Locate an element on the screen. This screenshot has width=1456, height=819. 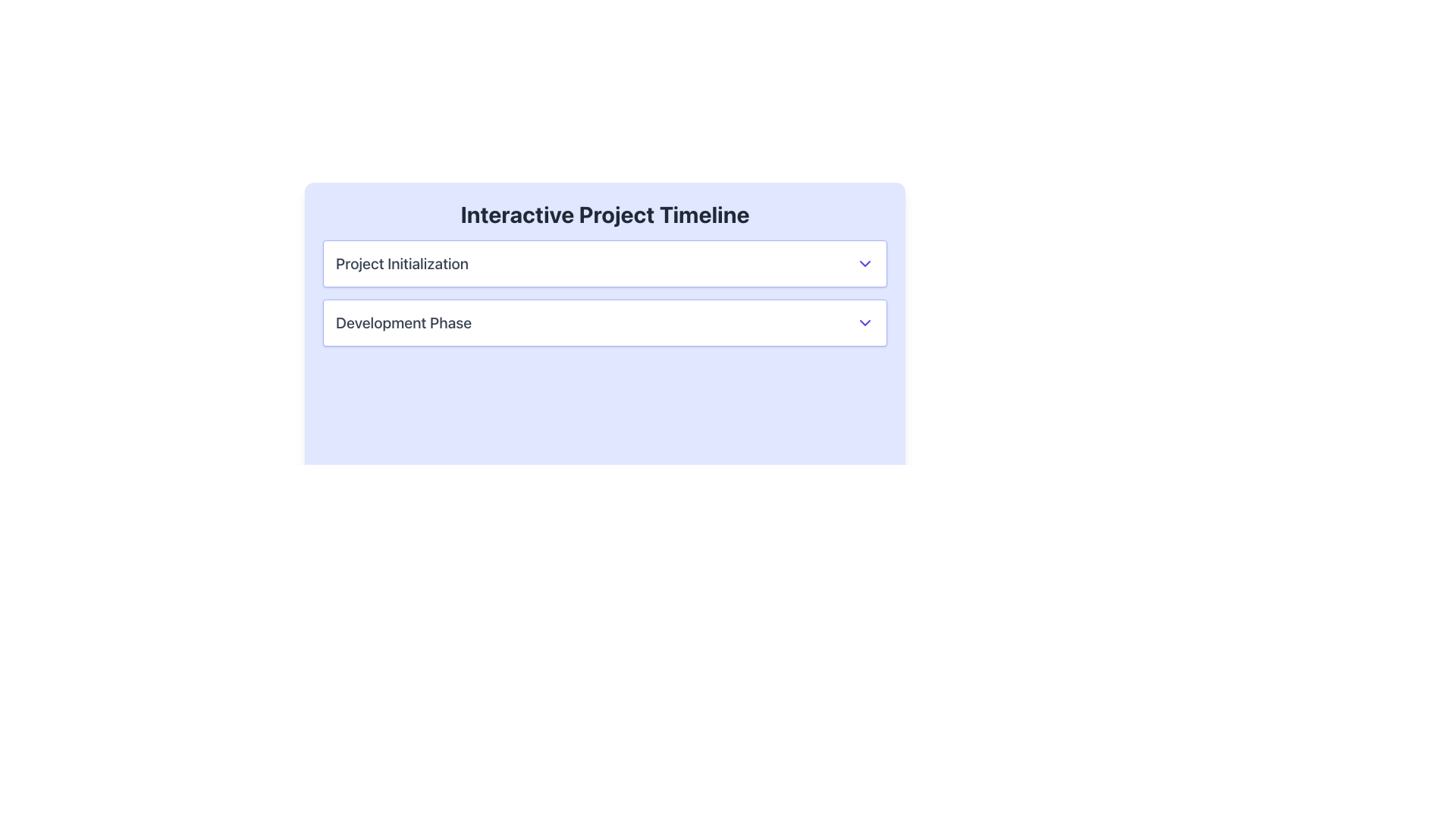
the downward-facing chevron icon in indigo hue located to the far right of the 'Development Phase' text is located at coordinates (865, 322).